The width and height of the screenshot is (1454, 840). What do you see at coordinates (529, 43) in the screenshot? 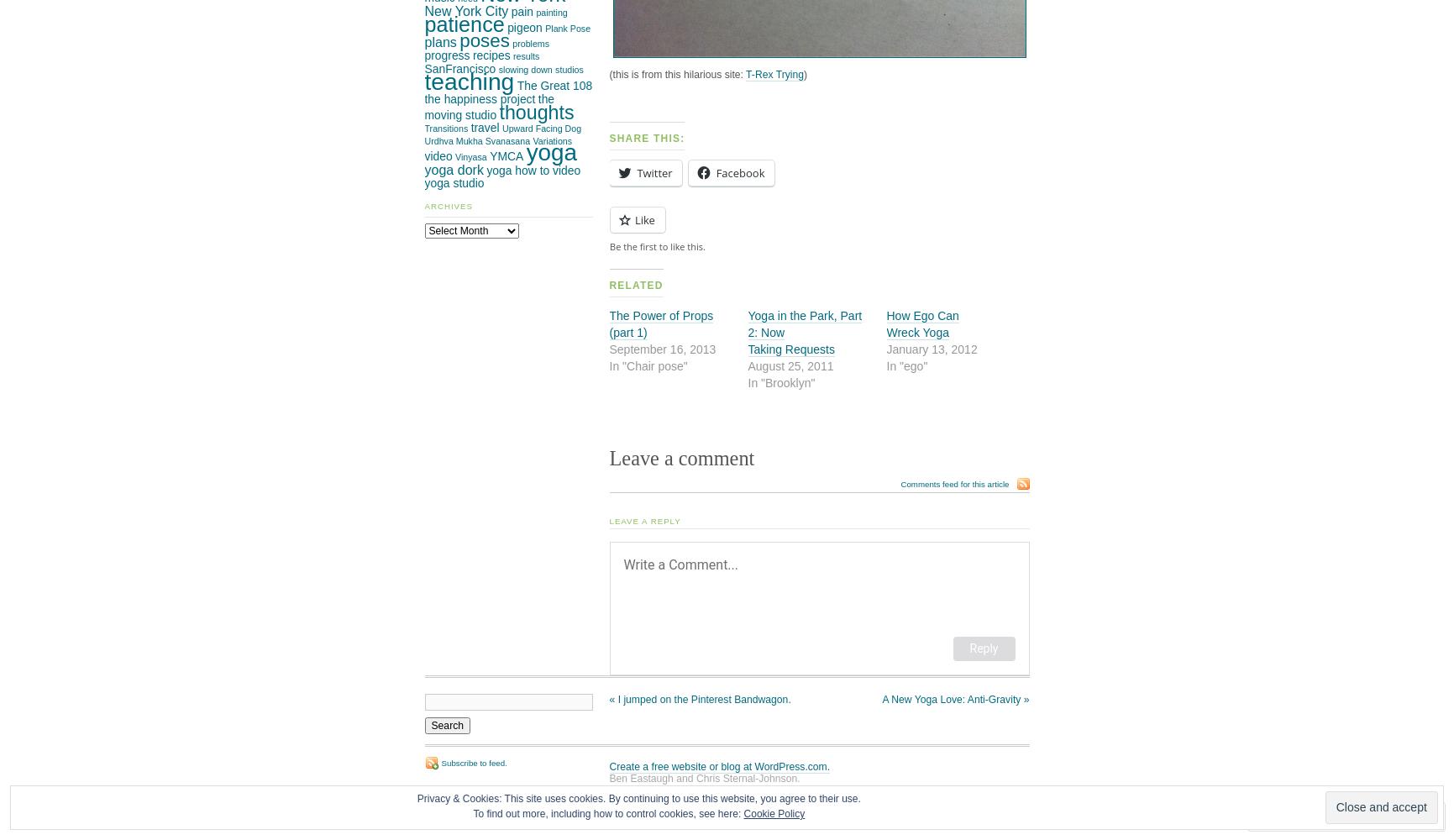
I see `'problems'` at bounding box center [529, 43].